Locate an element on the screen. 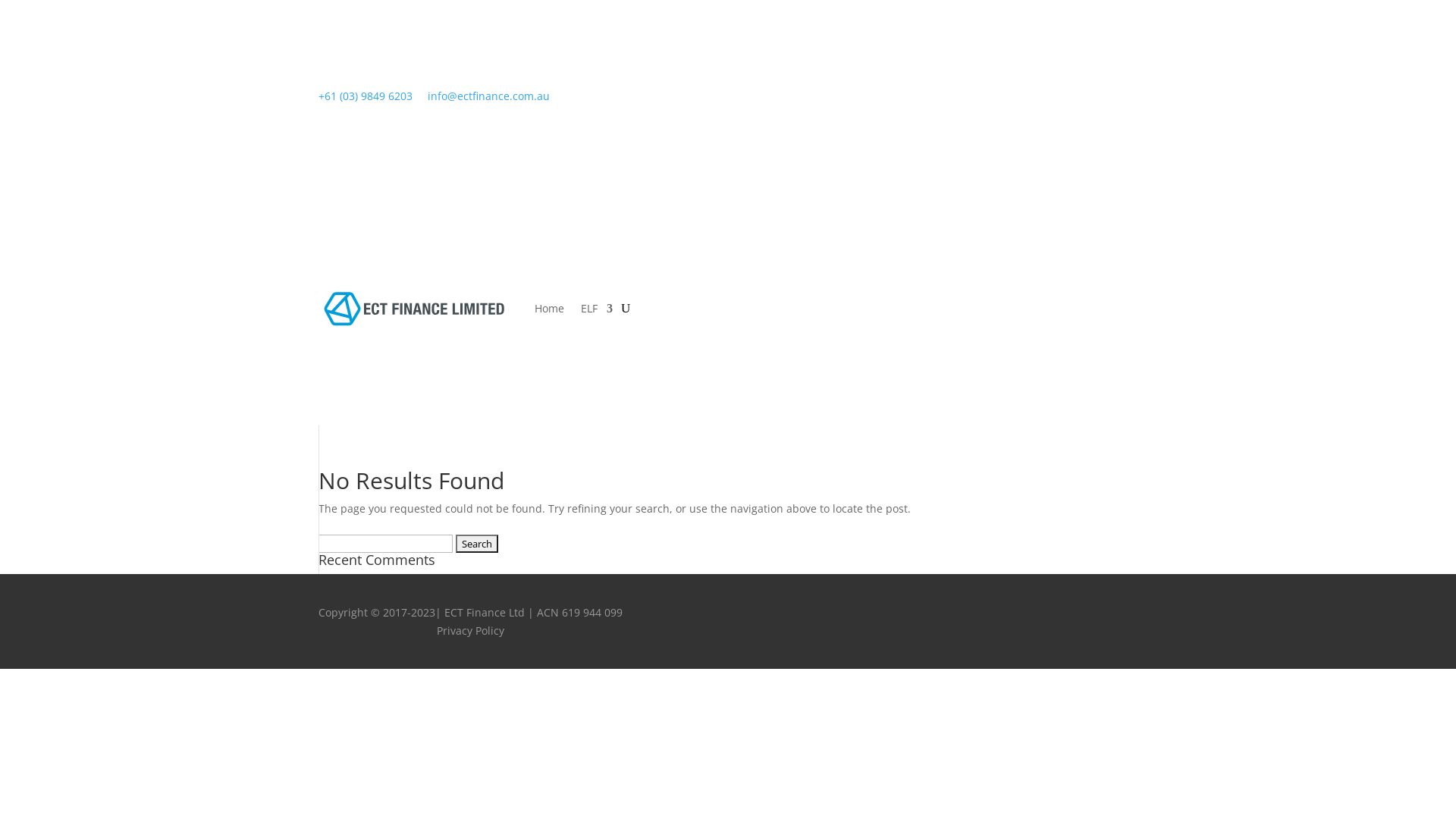  'Search' is located at coordinates (475, 543).